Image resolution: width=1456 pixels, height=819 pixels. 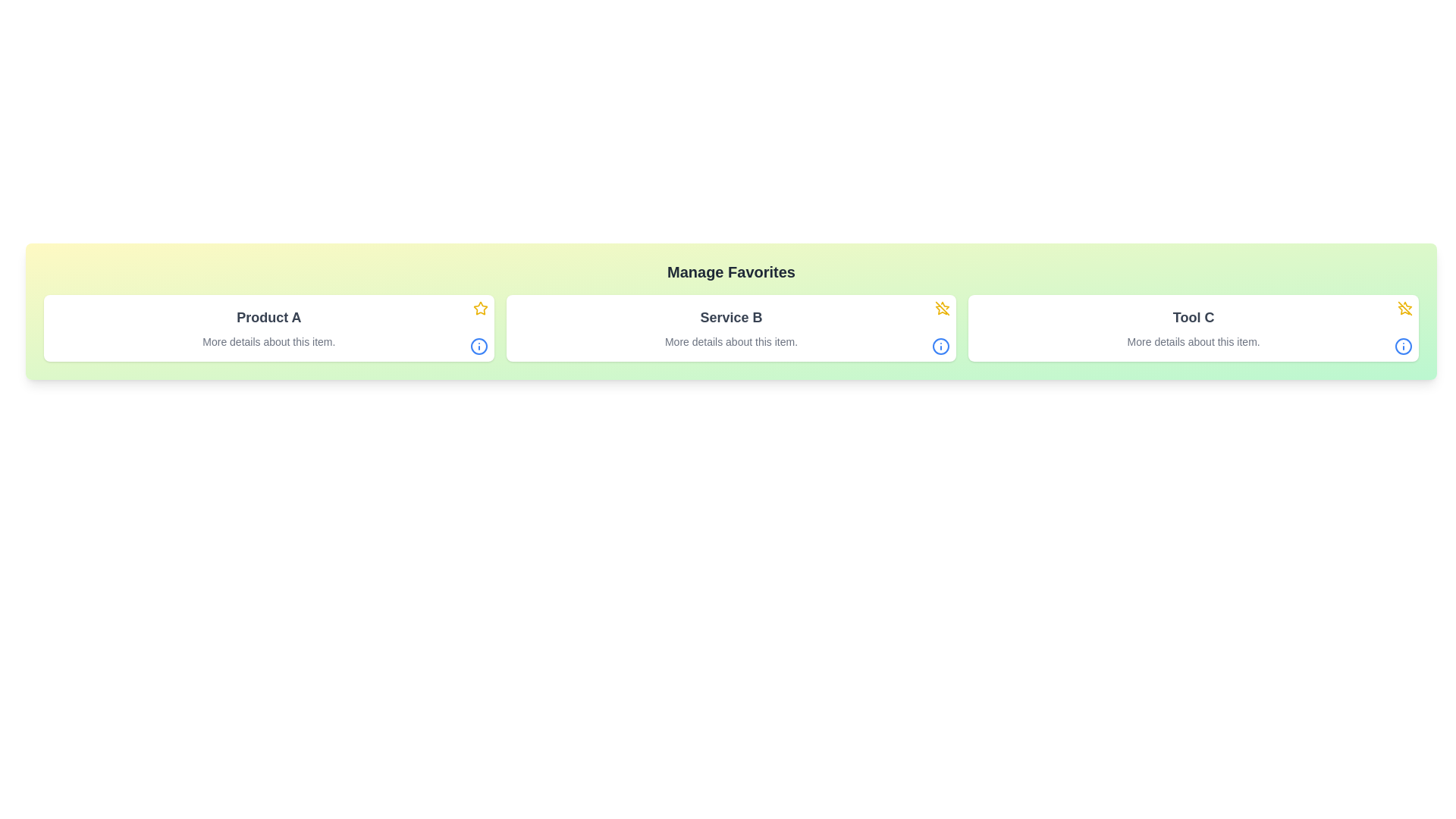 What do you see at coordinates (731, 327) in the screenshot?
I see `the card labeled Service B to see its hover effects` at bounding box center [731, 327].